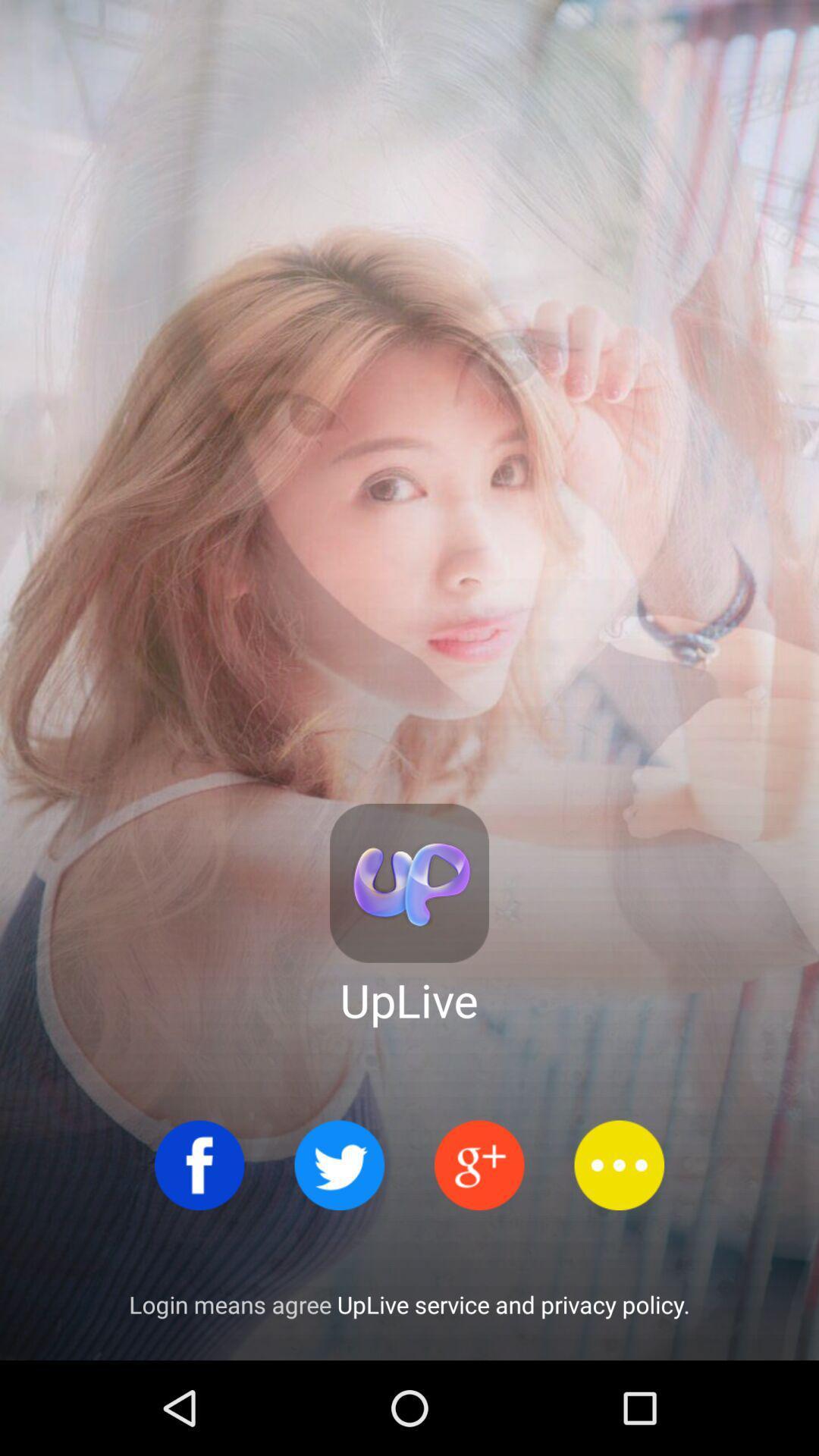 This screenshot has width=819, height=1456. Describe the element at coordinates (338, 1164) in the screenshot. I see `the twitter icon` at that location.